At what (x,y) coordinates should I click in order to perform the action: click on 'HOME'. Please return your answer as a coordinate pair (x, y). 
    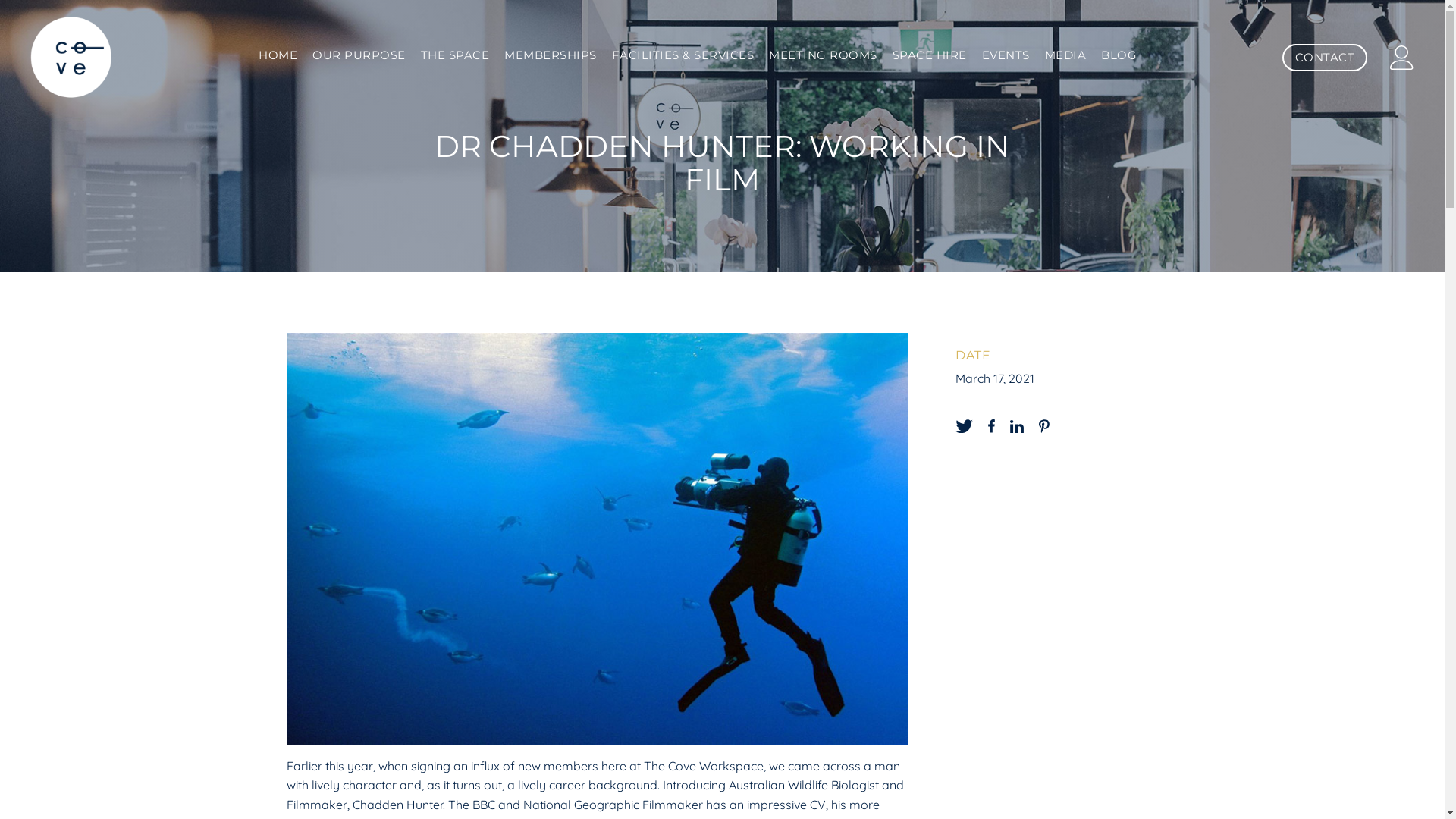
    Looking at the image, I should click on (278, 55).